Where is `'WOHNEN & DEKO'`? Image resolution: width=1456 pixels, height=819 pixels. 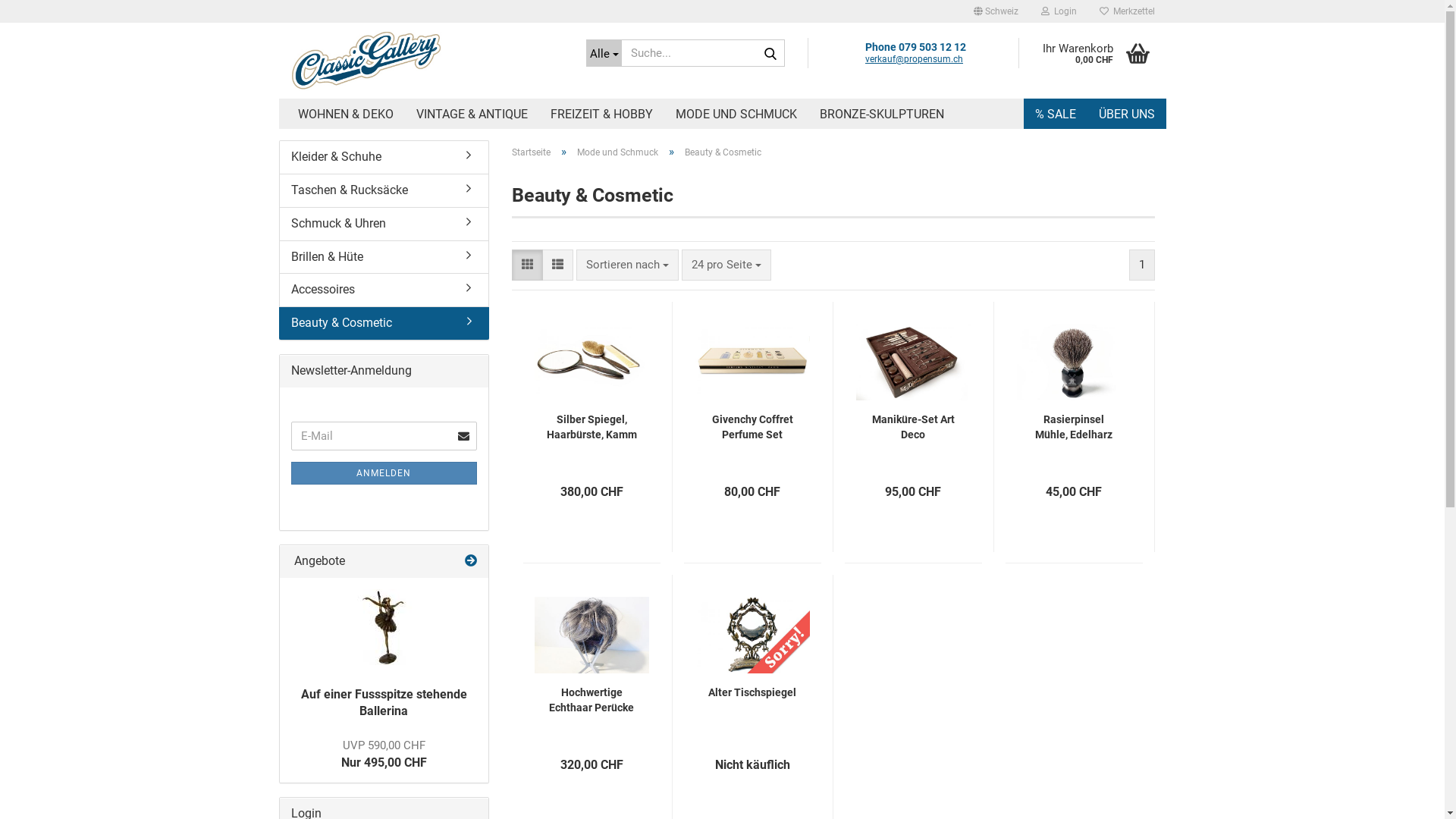 'WOHNEN & DEKO' is located at coordinates (345, 113).